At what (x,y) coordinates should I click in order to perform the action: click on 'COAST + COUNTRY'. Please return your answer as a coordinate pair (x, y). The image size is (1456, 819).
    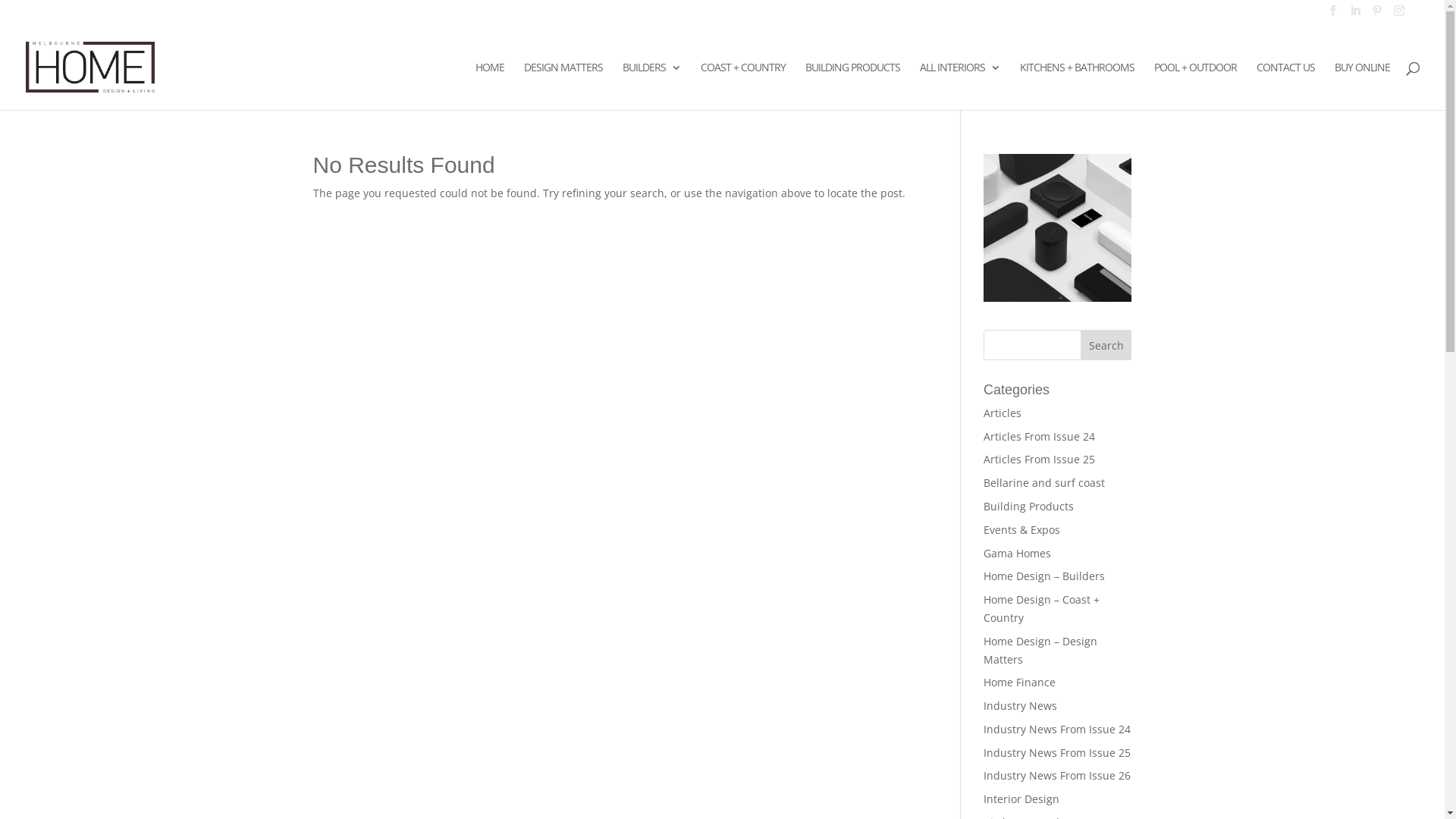
    Looking at the image, I should click on (742, 86).